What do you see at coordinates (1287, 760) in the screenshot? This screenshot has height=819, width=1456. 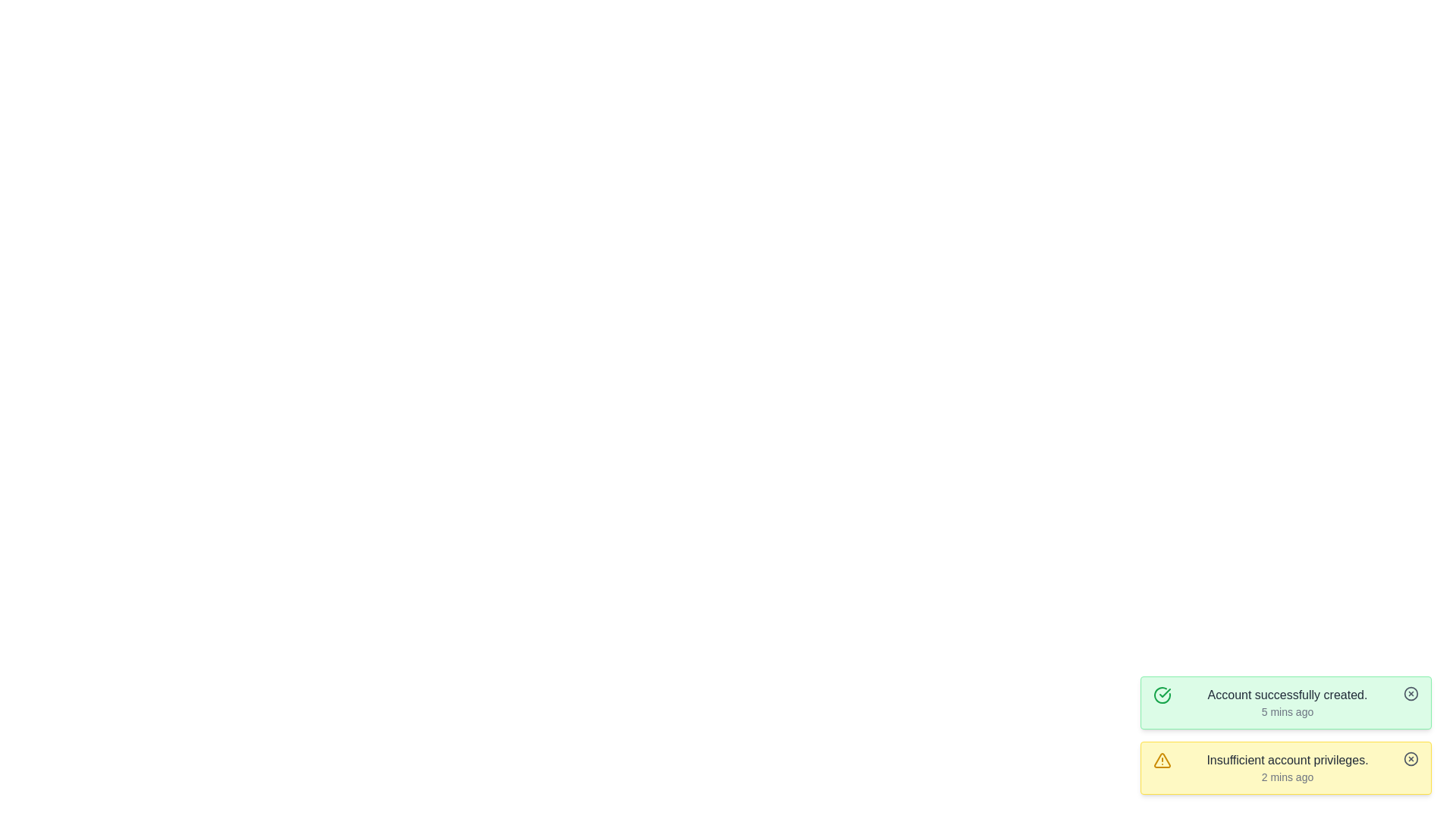 I see `the text label displaying 'Insufficient account privileges.' within the yellow notification card located at the lower-right portion of the interface` at bounding box center [1287, 760].